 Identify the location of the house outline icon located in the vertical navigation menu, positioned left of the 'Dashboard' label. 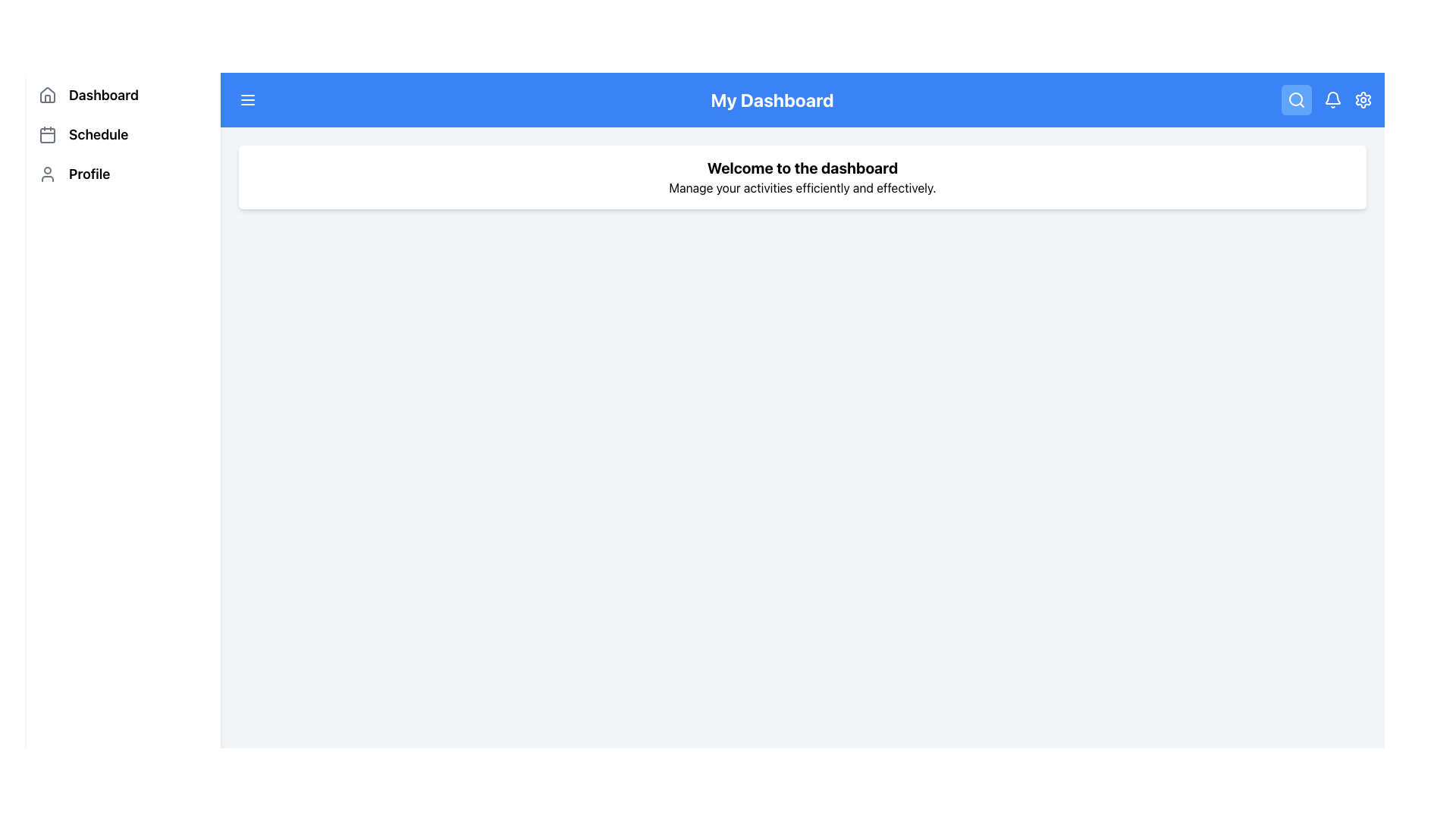
(47, 96).